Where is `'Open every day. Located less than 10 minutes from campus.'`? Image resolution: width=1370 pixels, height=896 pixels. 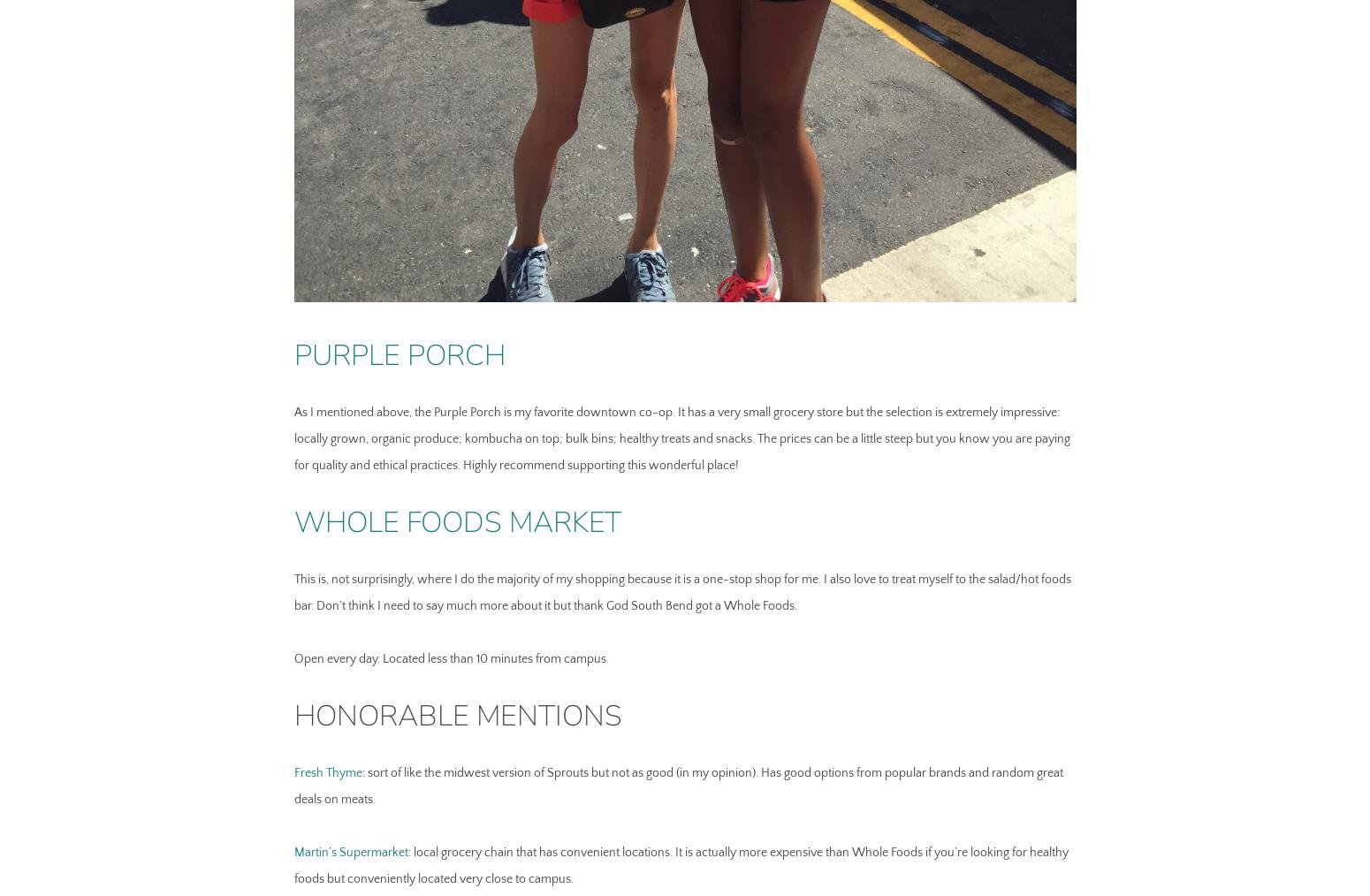
'Open every day. Located less than 10 minutes from campus.' is located at coordinates (449, 657).